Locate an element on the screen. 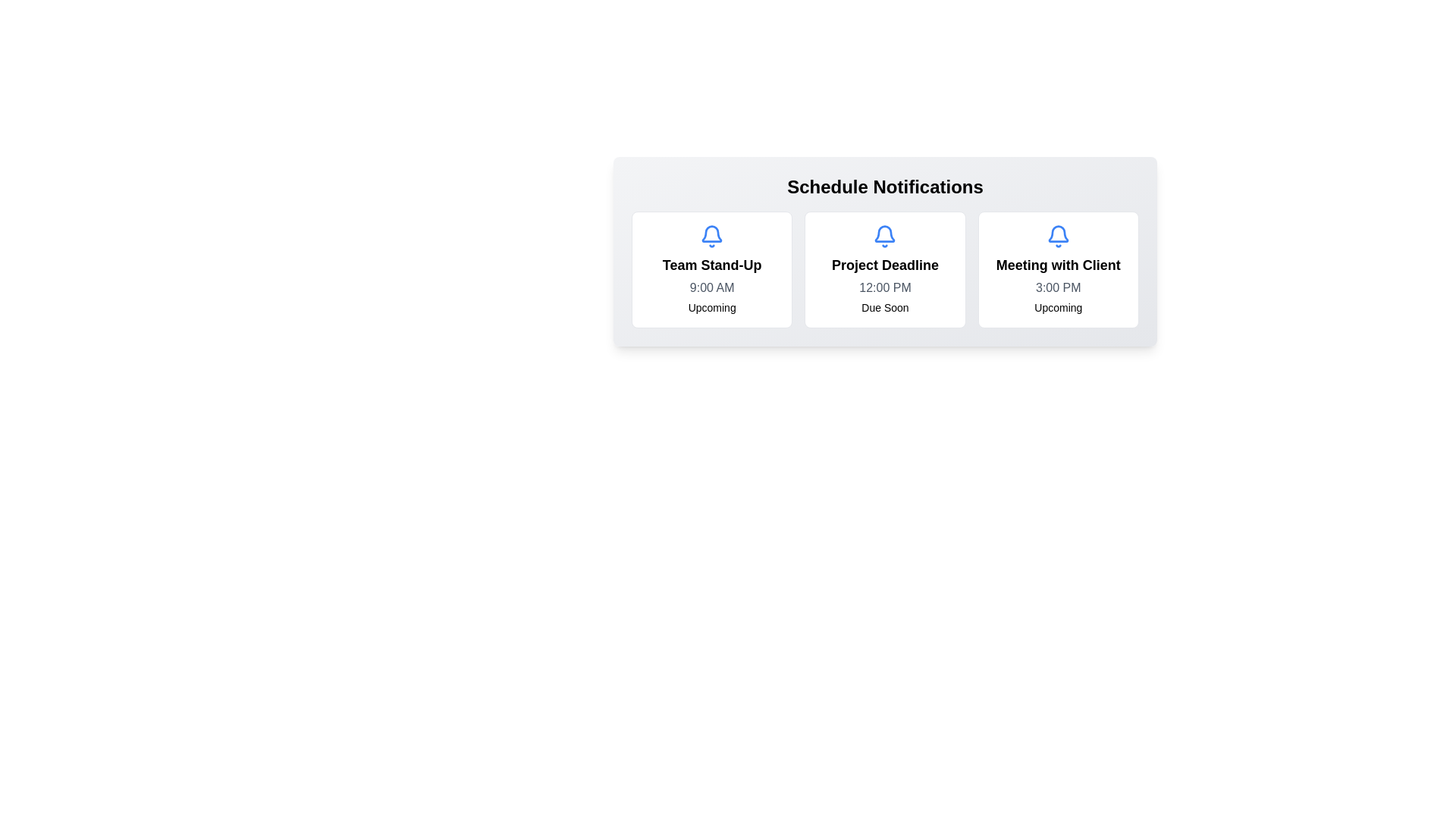 The width and height of the screenshot is (1456, 819). the bell icon located at the top-center of the 'Project Deadline' card, which represents notifications or alerts is located at coordinates (885, 237).